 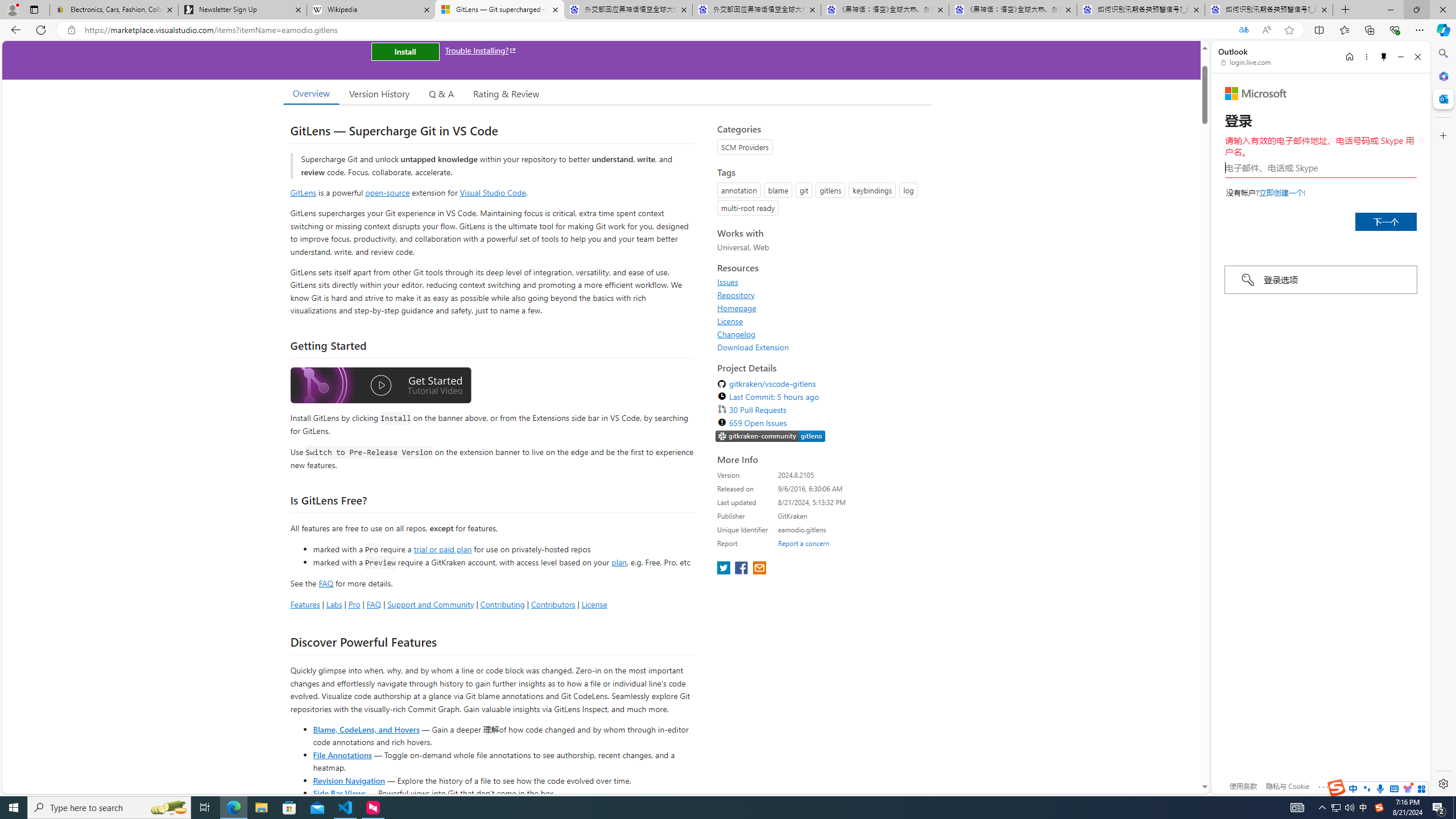 What do you see at coordinates (737, 333) in the screenshot?
I see `'Changelog'` at bounding box center [737, 333].